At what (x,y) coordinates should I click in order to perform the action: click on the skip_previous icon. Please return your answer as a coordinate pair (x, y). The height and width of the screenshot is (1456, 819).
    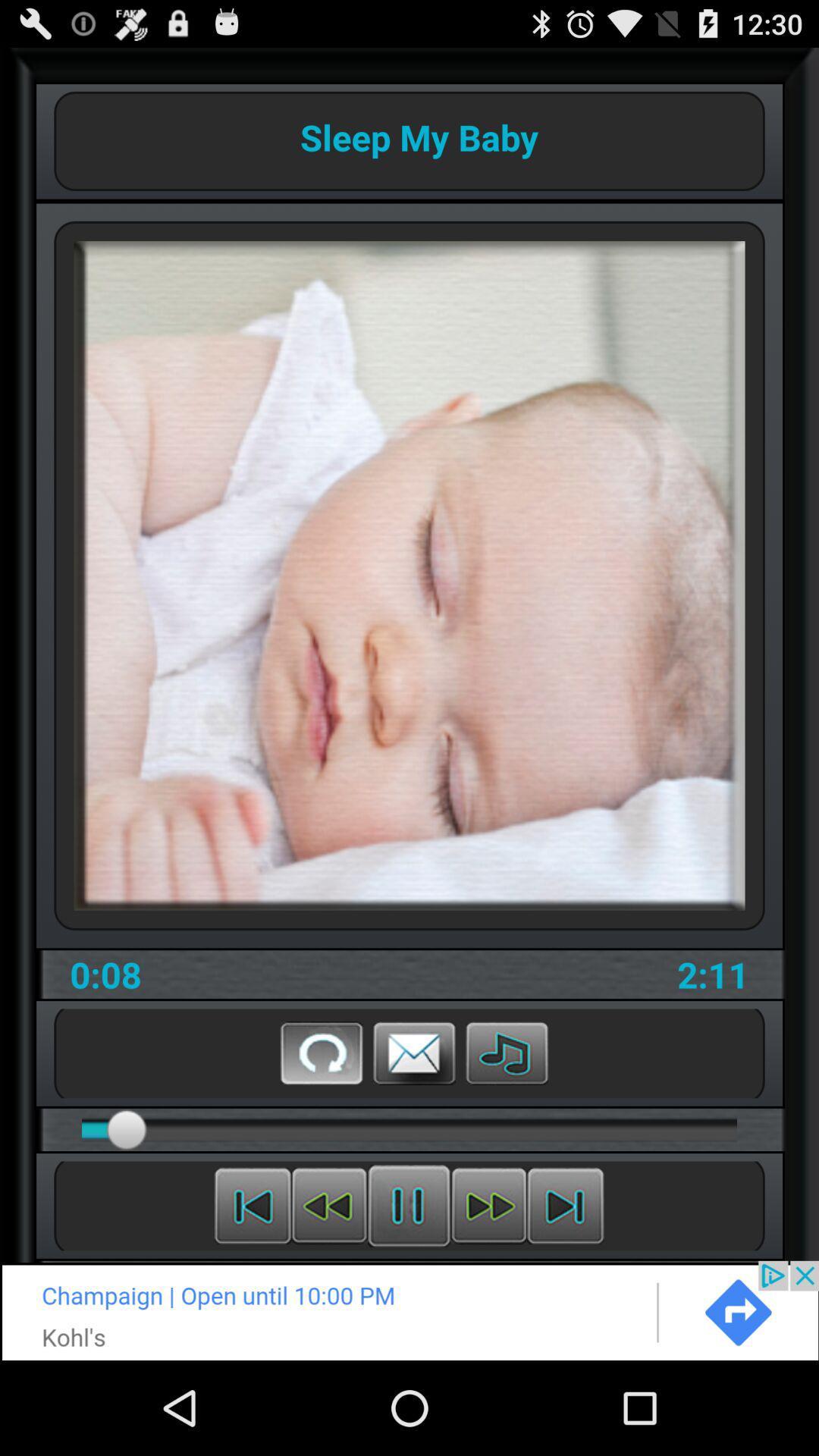
    Looking at the image, I should click on (252, 1290).